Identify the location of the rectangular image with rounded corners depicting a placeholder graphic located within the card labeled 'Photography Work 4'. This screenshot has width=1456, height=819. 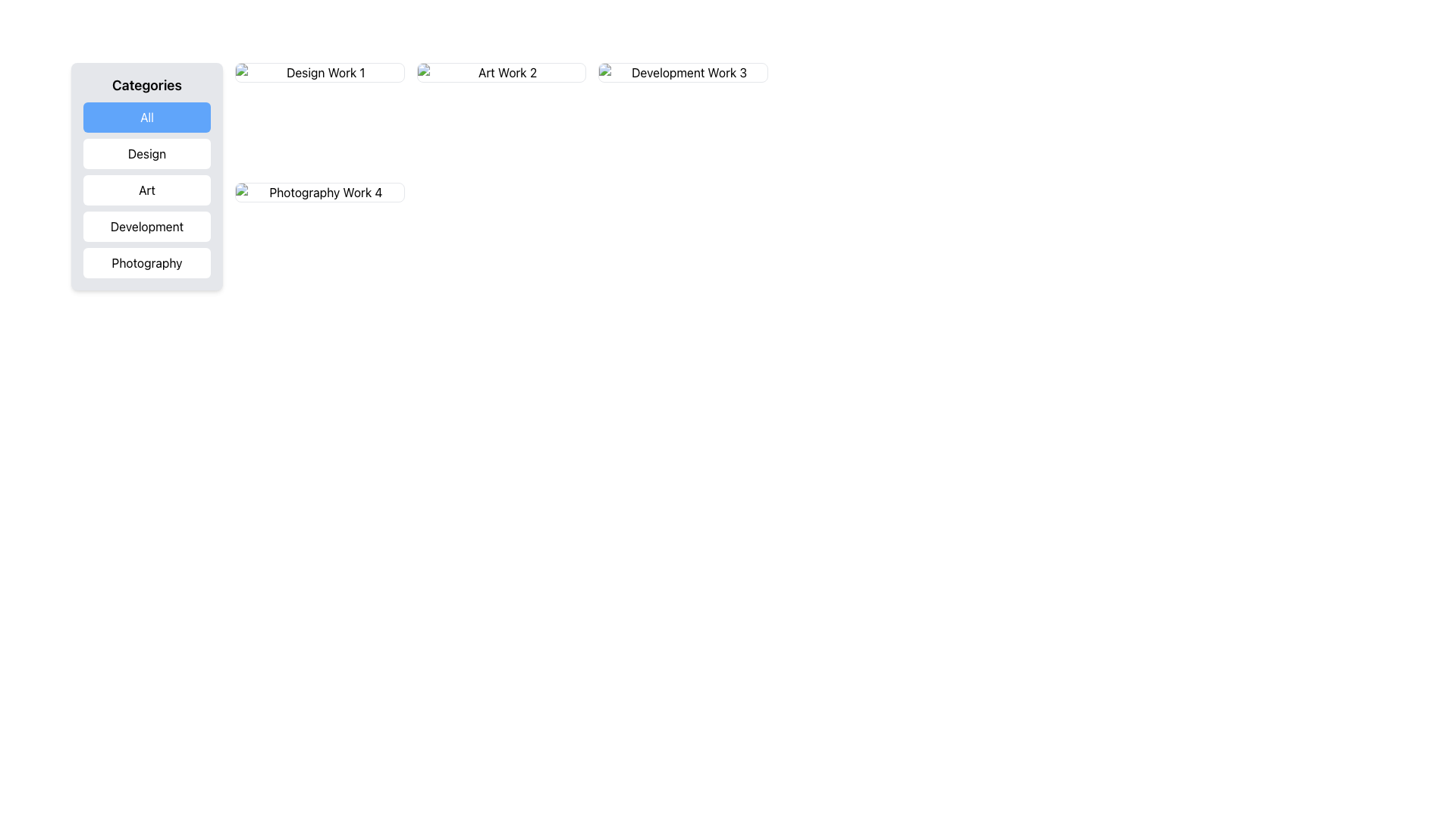
(318, 192).